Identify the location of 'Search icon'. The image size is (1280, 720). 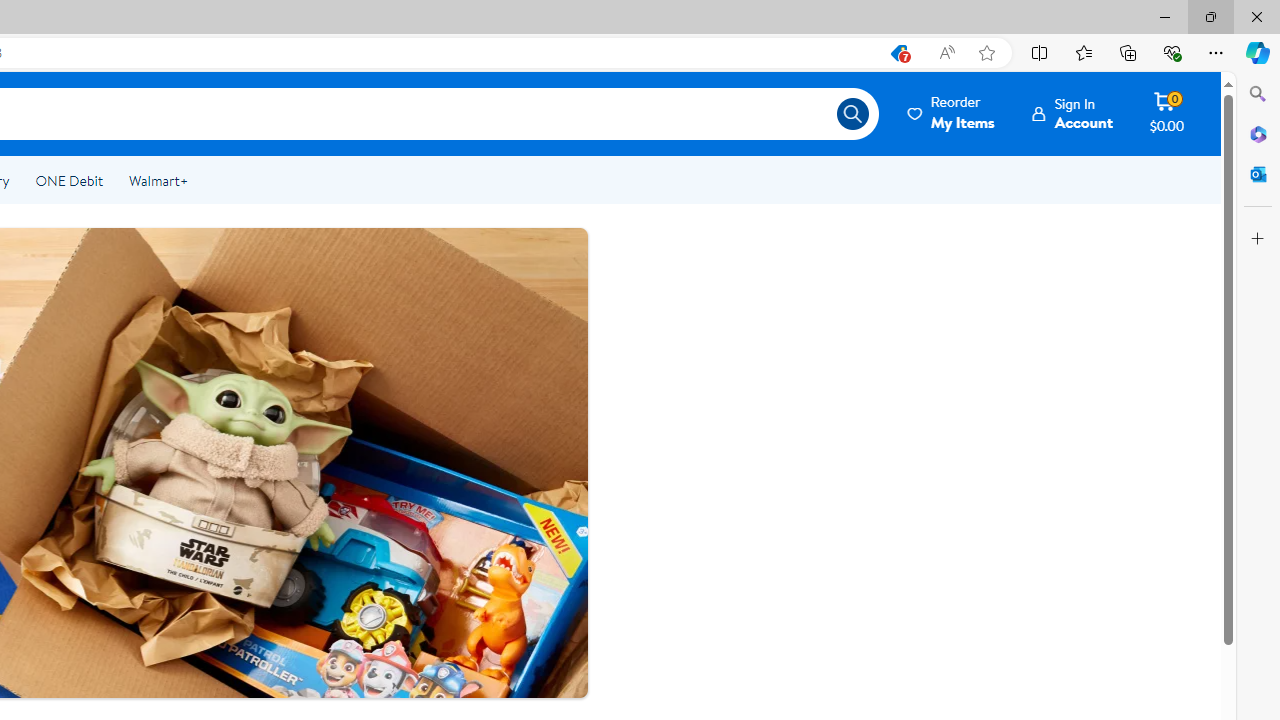
(852, 114).